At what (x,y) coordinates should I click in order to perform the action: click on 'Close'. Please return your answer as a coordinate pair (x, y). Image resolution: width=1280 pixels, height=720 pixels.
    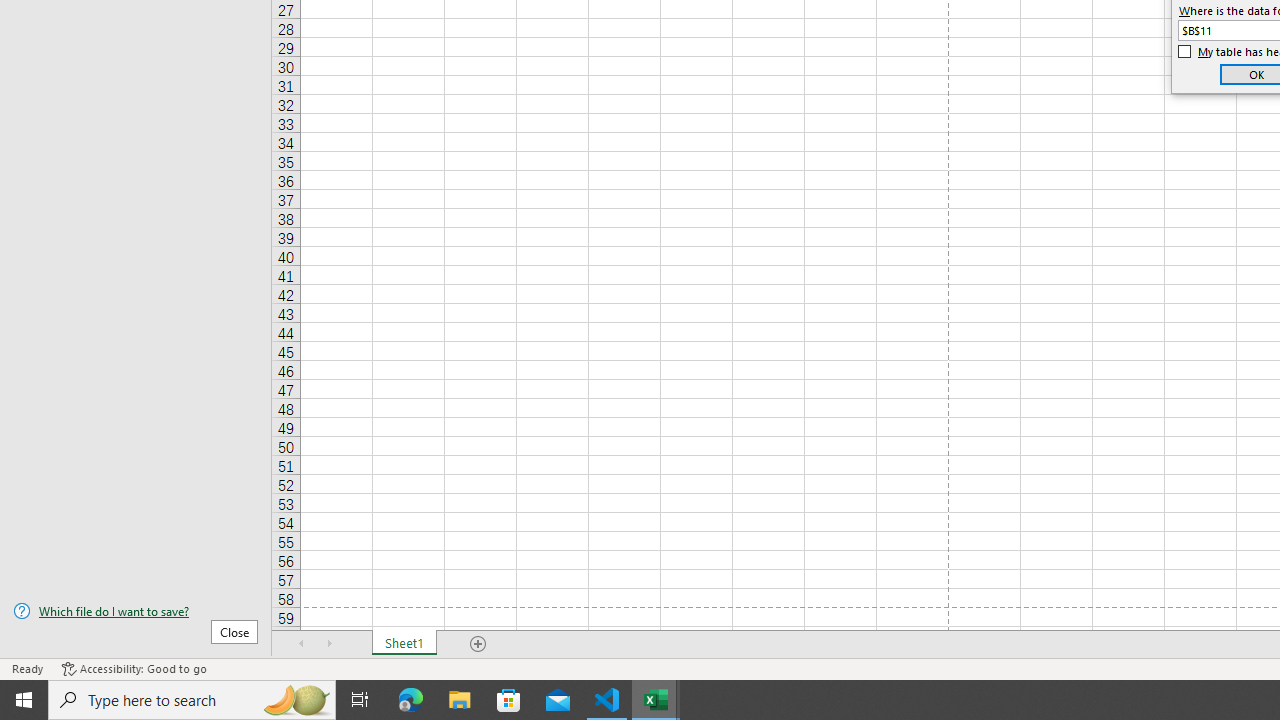
    Looking at the image, I should click on (234, 631).